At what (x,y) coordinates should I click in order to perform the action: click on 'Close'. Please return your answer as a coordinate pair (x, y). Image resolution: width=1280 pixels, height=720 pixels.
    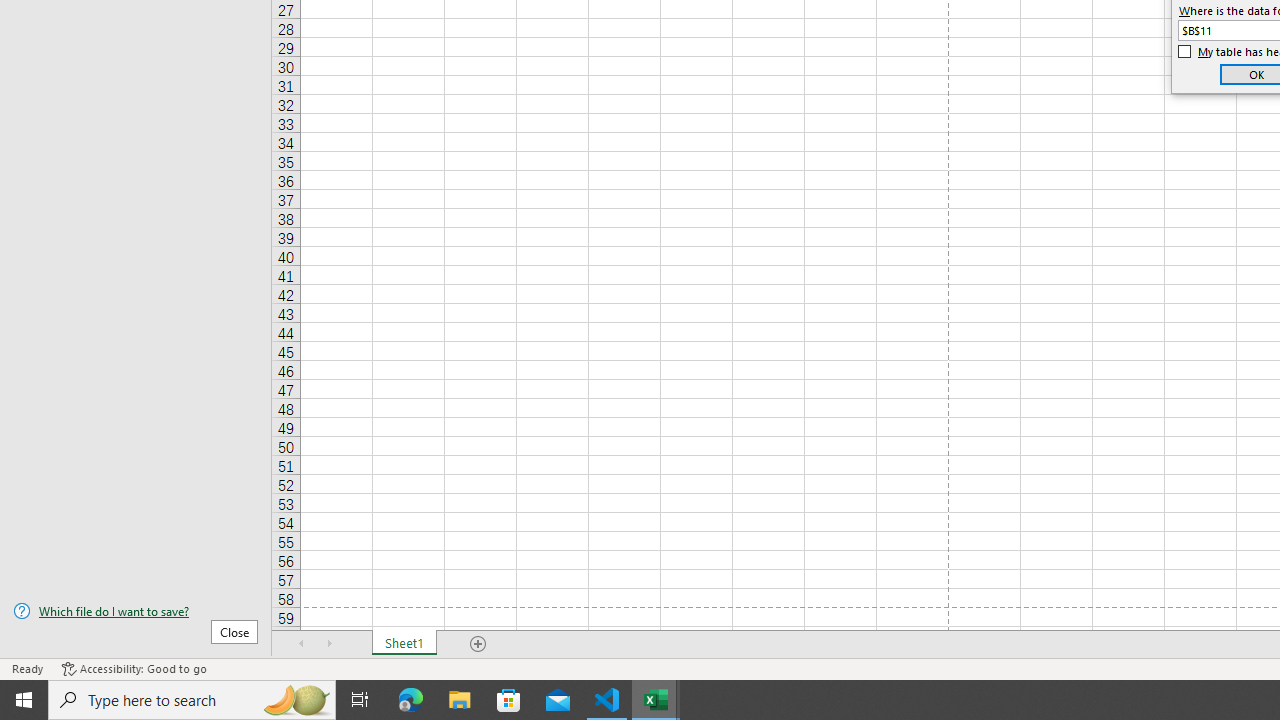
    Looking at the image, I should click on (234, 631).